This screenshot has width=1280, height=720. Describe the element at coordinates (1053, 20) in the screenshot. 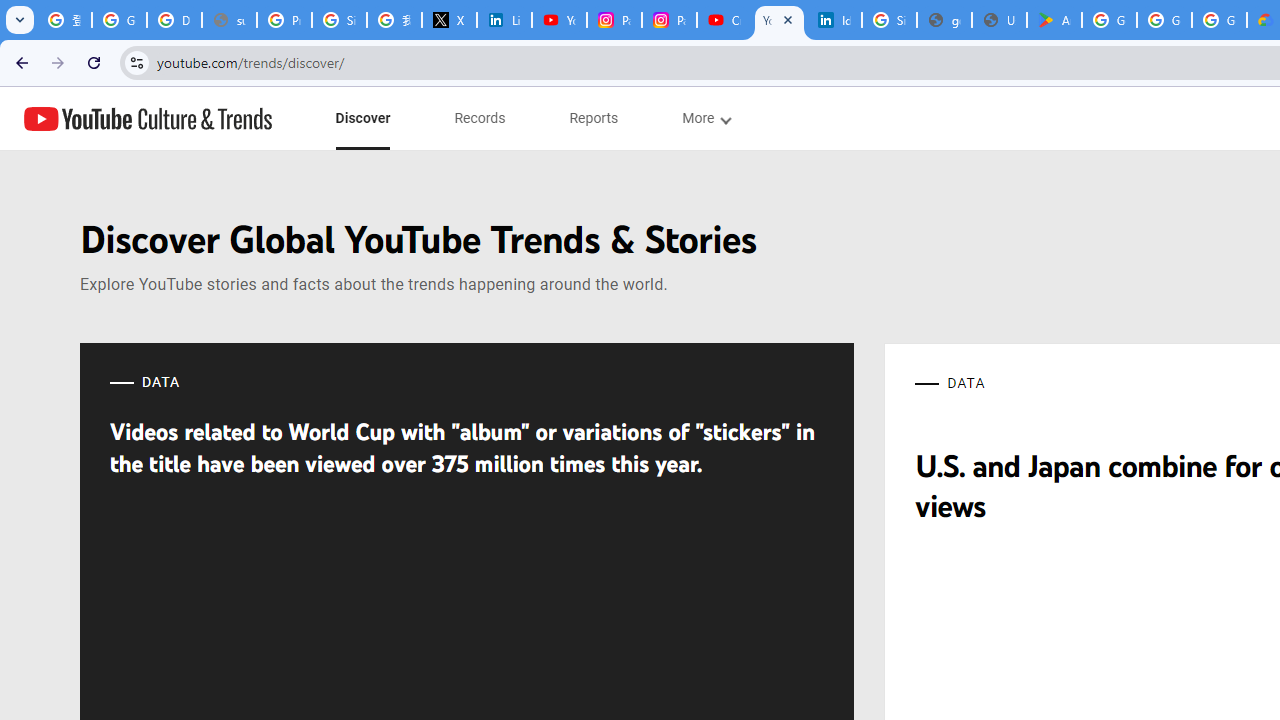

I see `'Android Apps on Google Play'` at that location.